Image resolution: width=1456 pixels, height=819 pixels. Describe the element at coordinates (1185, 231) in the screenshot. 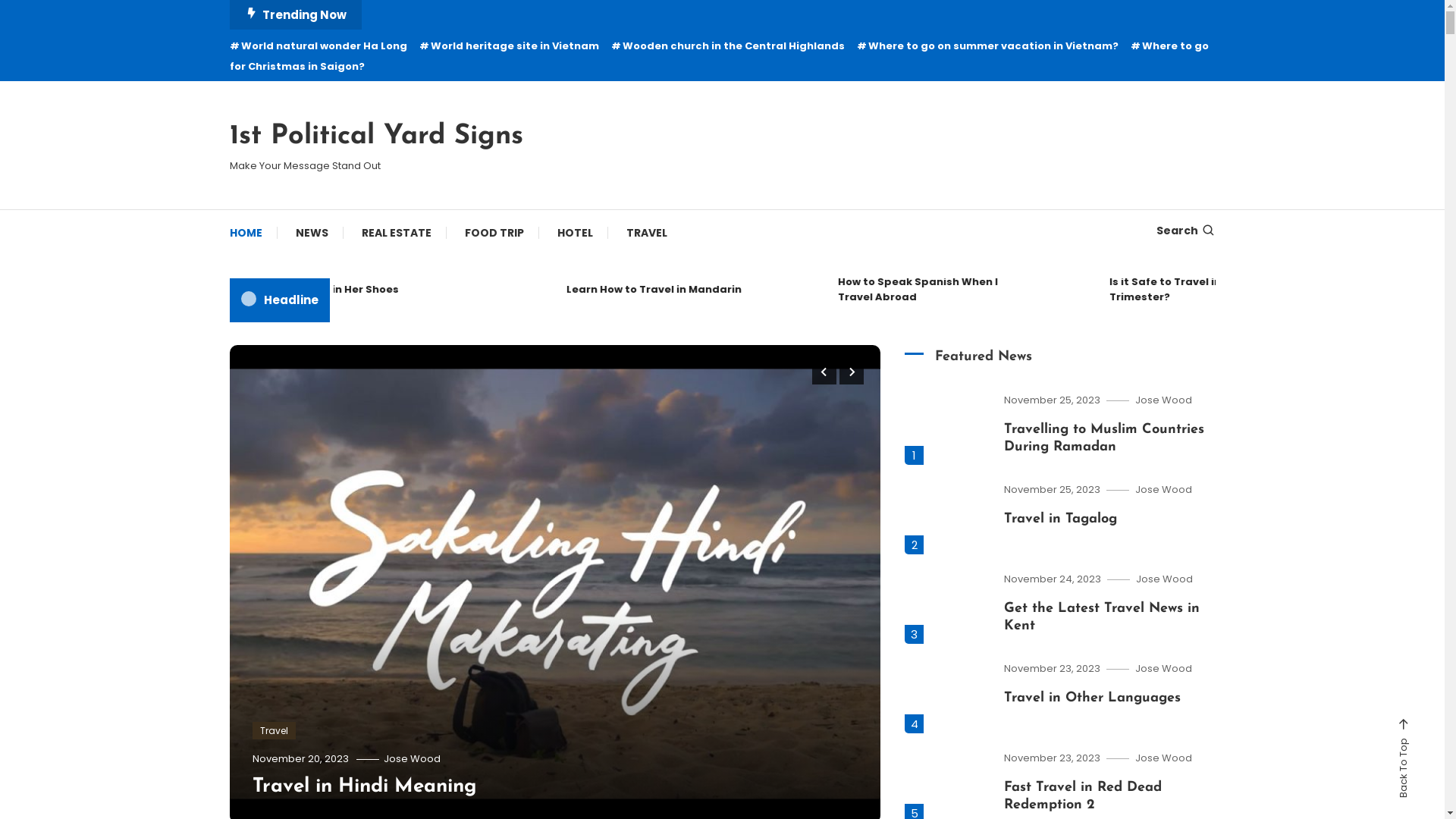

I see `'Search'` at that location.